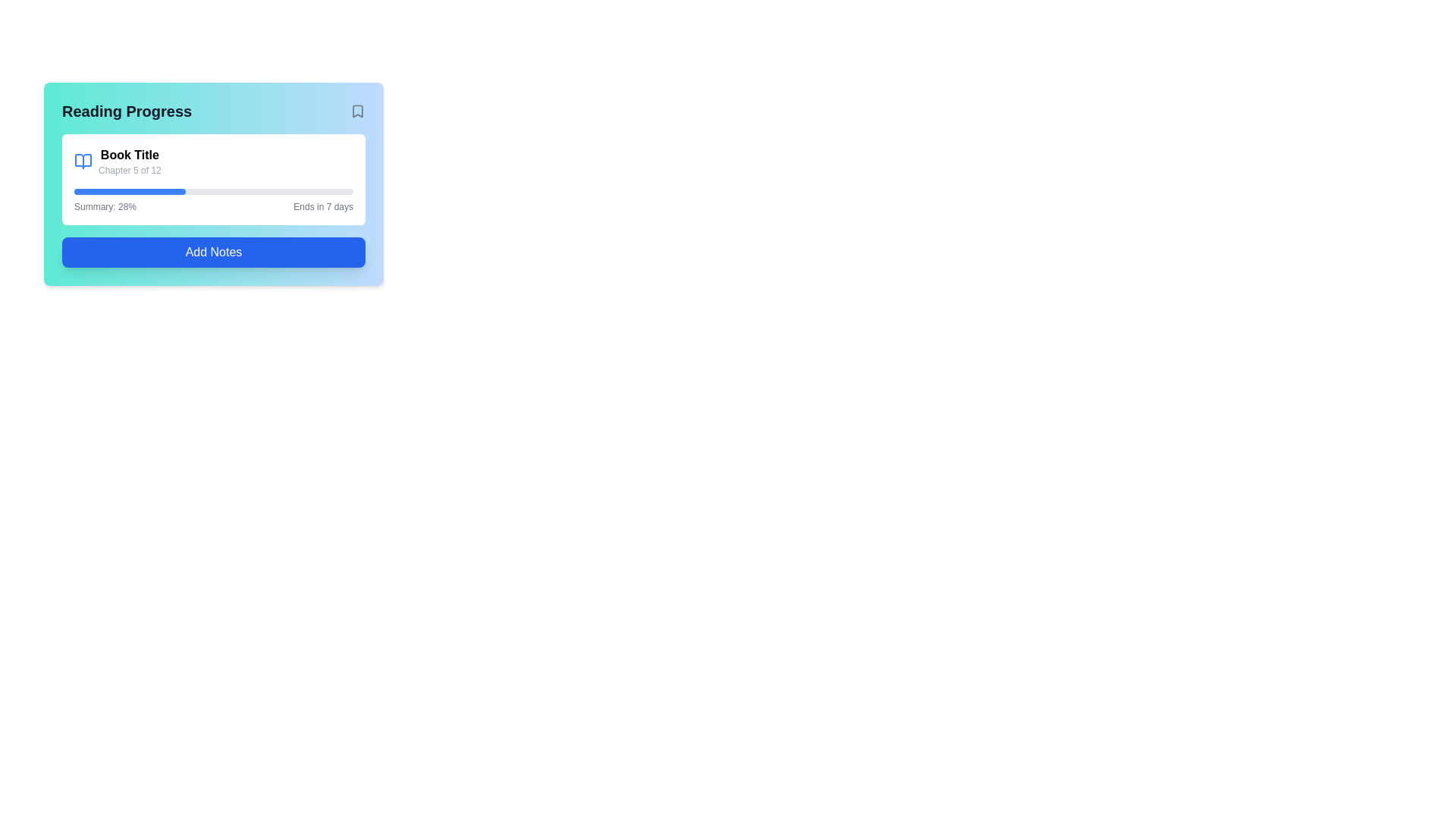  What do you see at coordinates (130, 170) in the screenshot?
I see `the text display showing 'Chapter 5 of 12', which is styled in gray and positioned below the 'Book Title' in the 'Reading Progress' card UI` at bounding box center [130, 170].